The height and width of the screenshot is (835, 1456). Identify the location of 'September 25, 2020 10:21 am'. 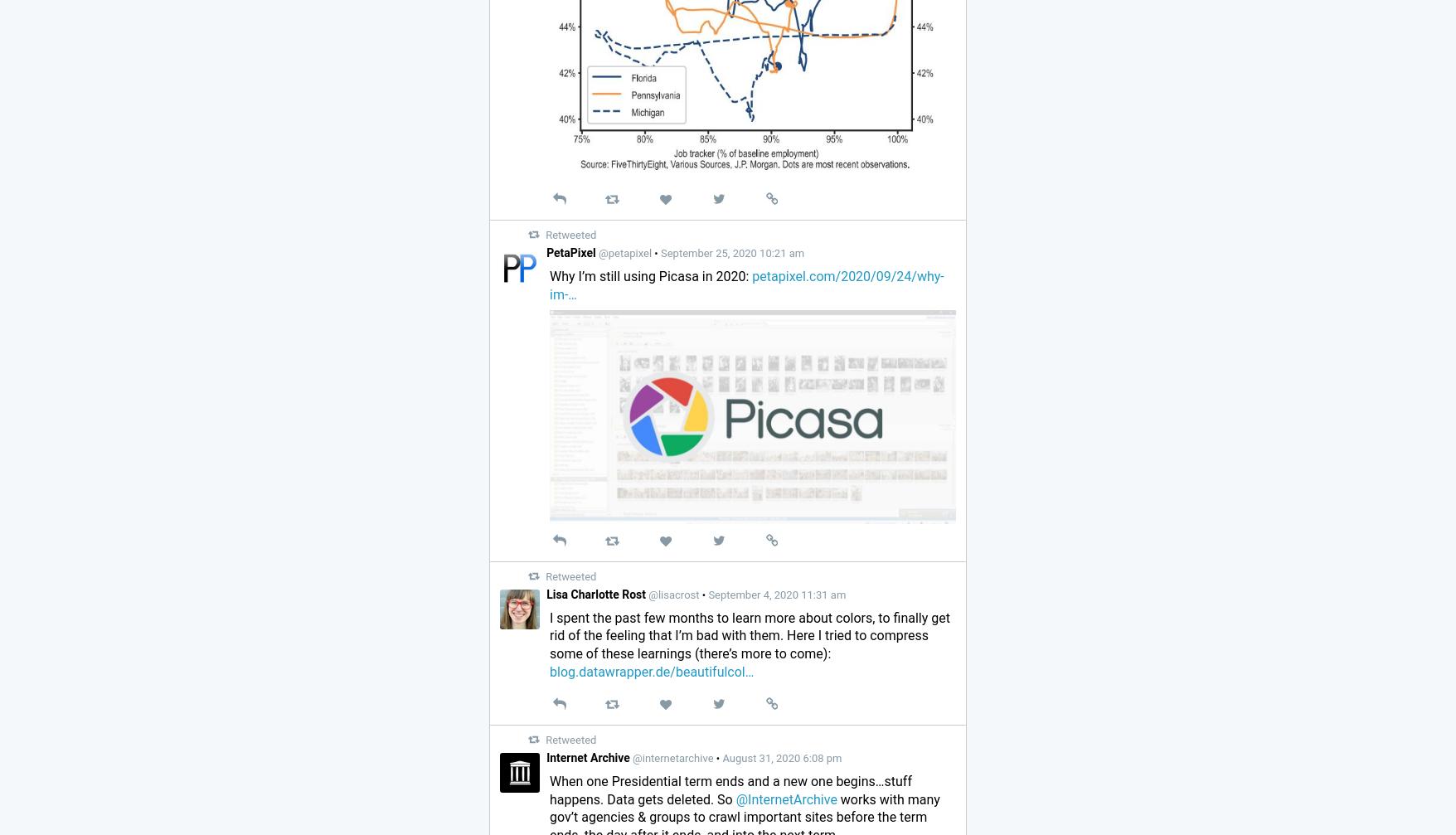
(731, 252).